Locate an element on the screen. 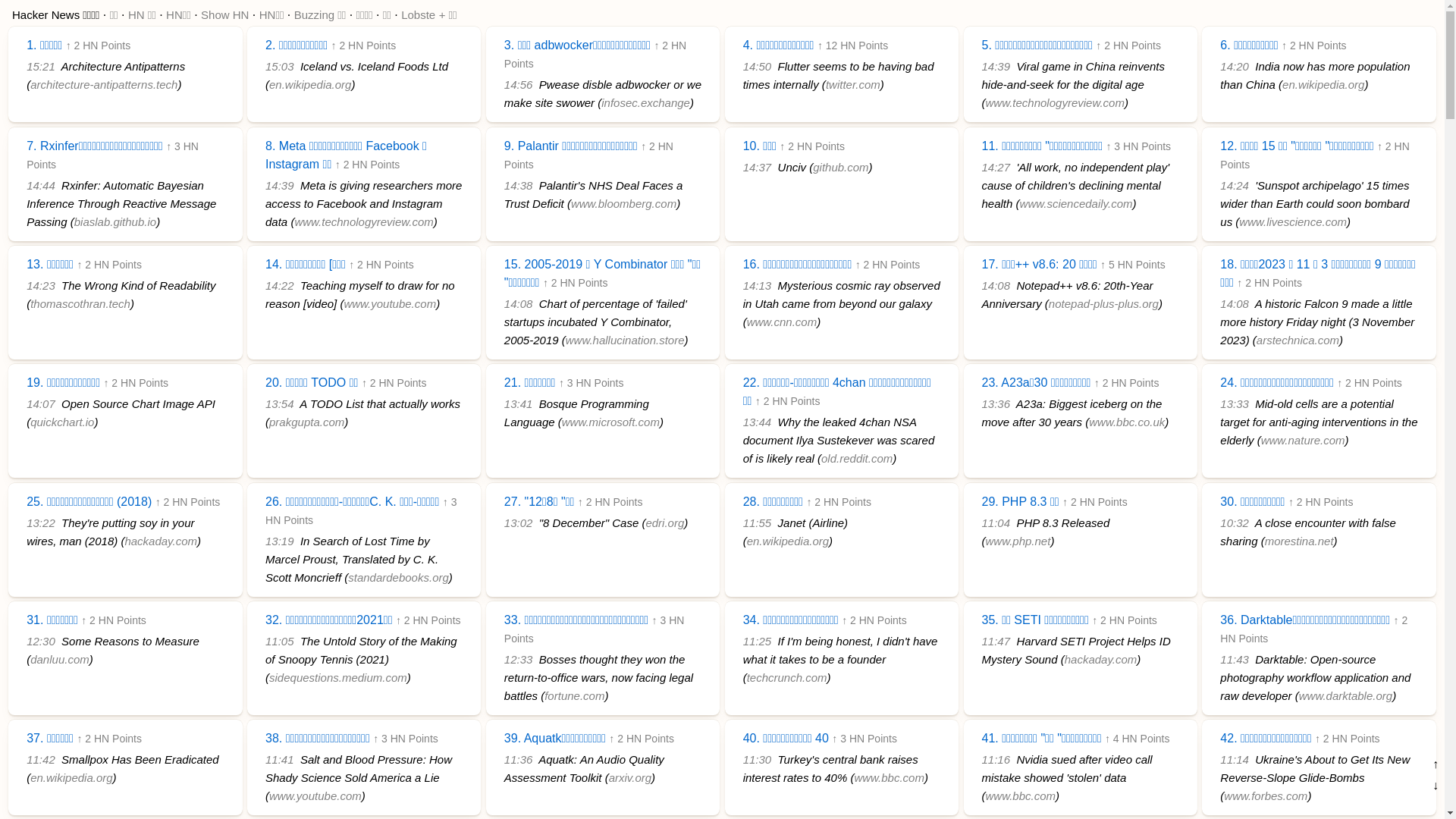 The width and height of the screenshot is (1456, 819). 'sidequestions.medium.com' is located at coordinates (337, 676).